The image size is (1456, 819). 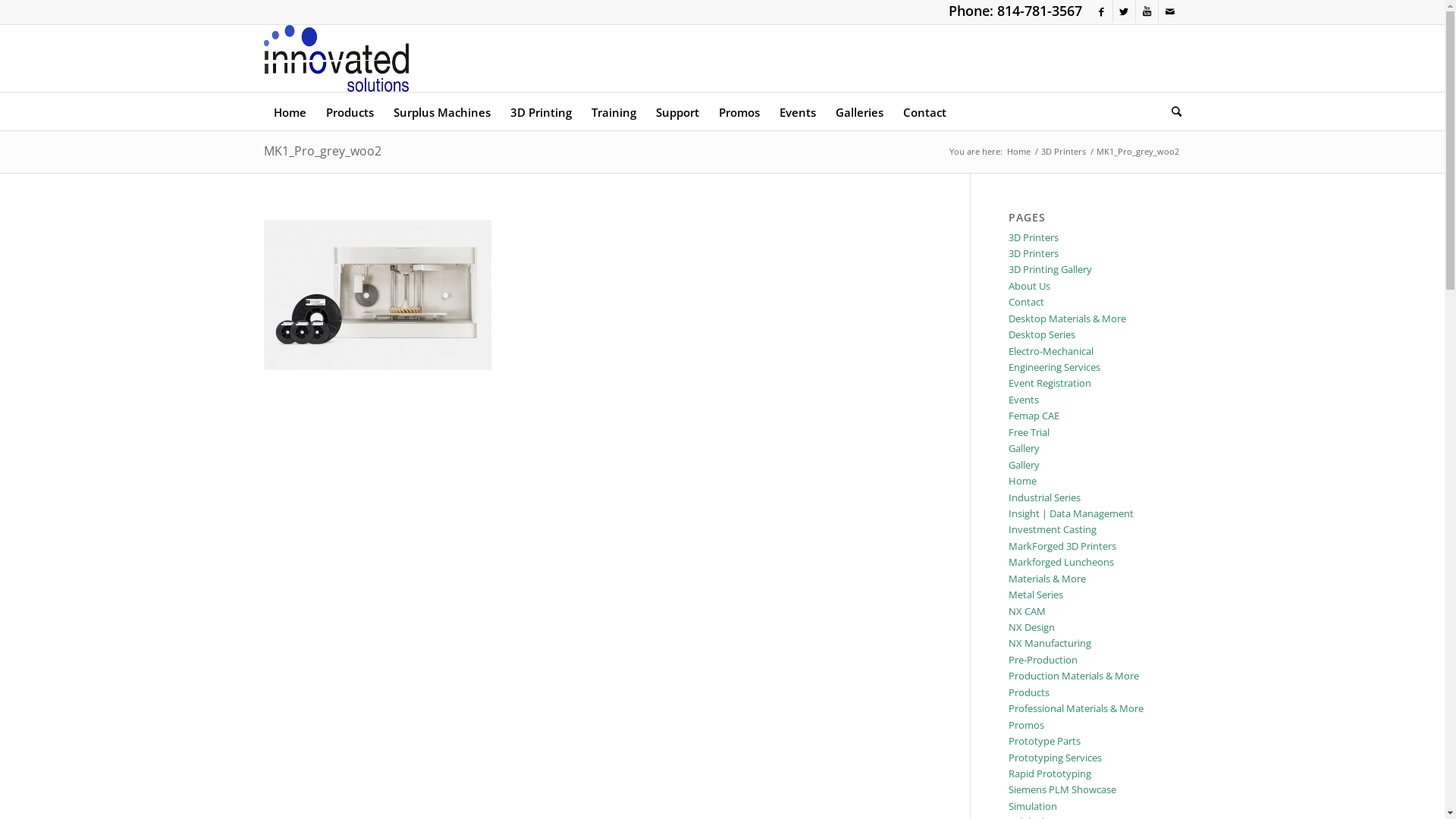 I want to click on 'NX Design', so click(x=1031, y=626).